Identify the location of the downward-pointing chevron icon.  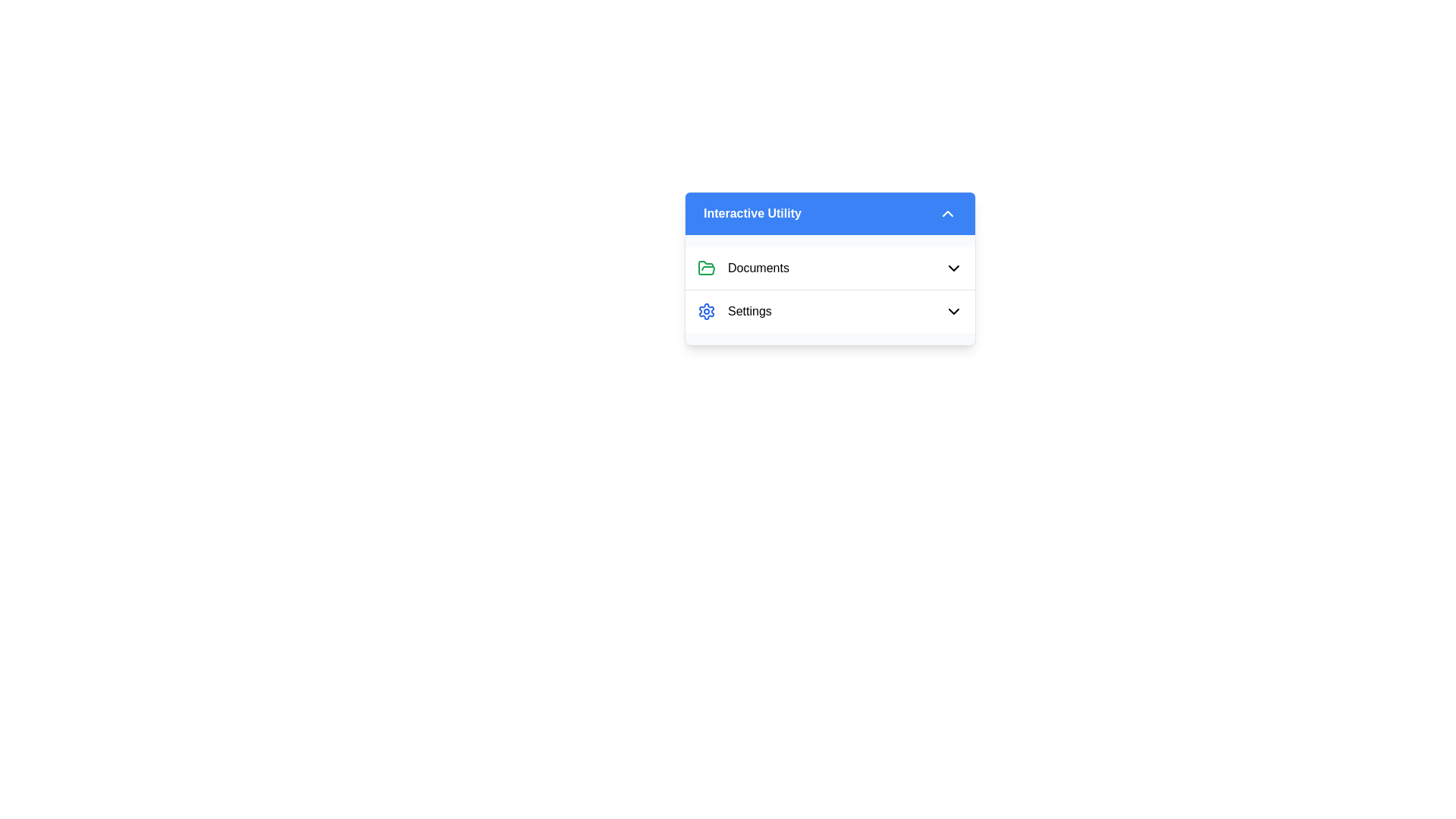
(952, 311).